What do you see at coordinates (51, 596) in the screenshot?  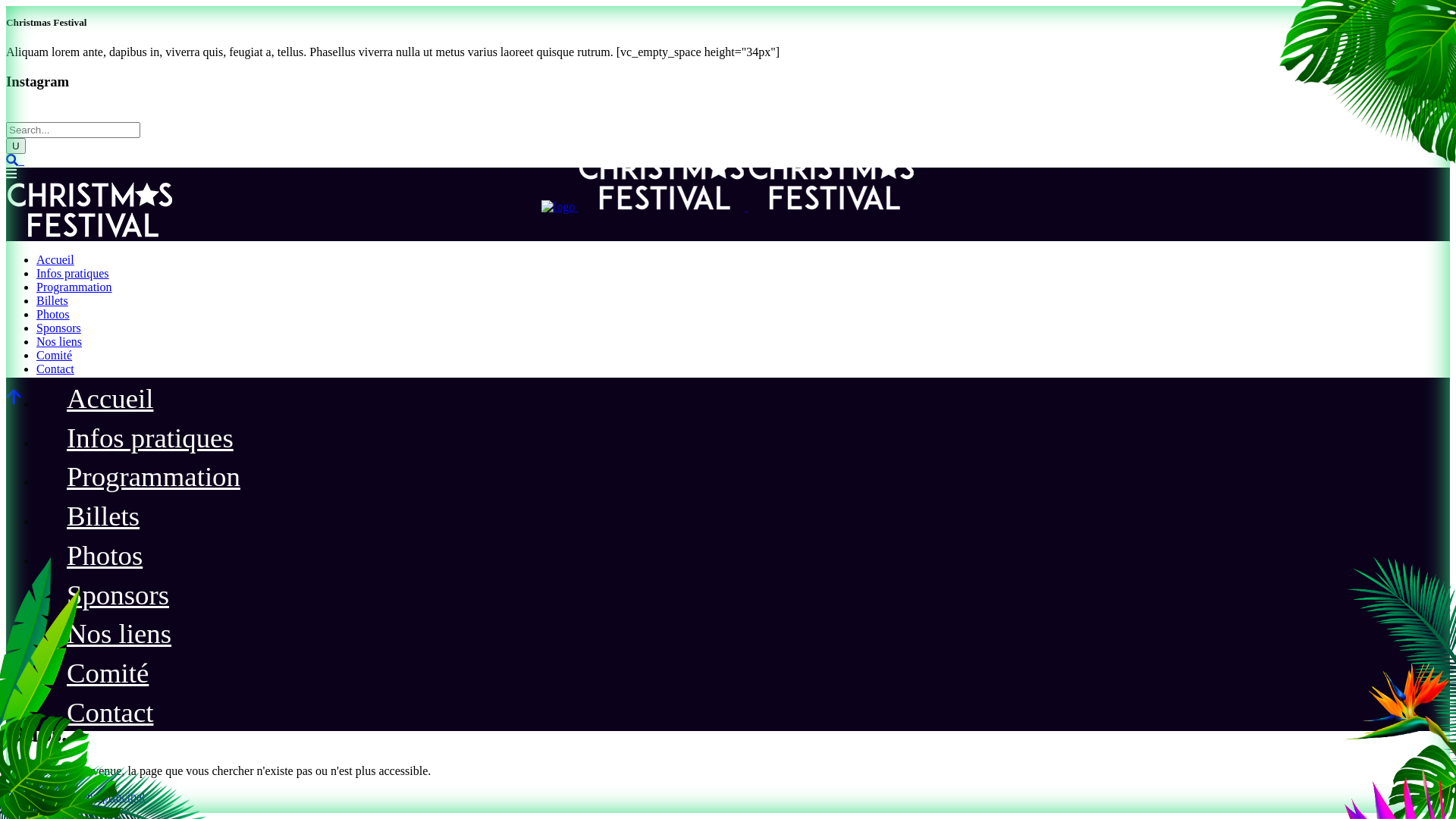 I see `'Sponsors'` at bounding box center [51, 596].